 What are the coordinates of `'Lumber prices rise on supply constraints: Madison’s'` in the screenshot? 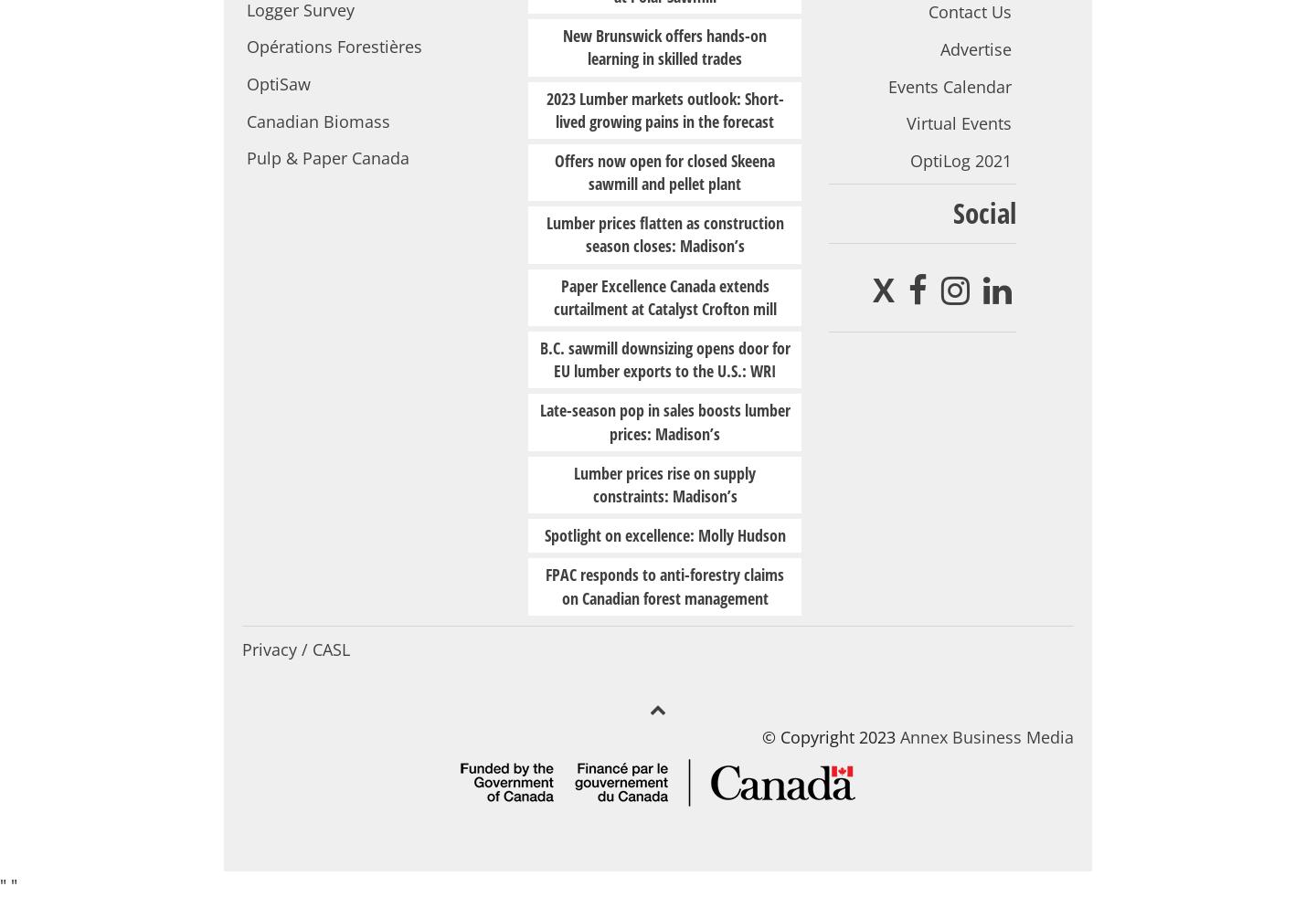 It's located at (572, 482).